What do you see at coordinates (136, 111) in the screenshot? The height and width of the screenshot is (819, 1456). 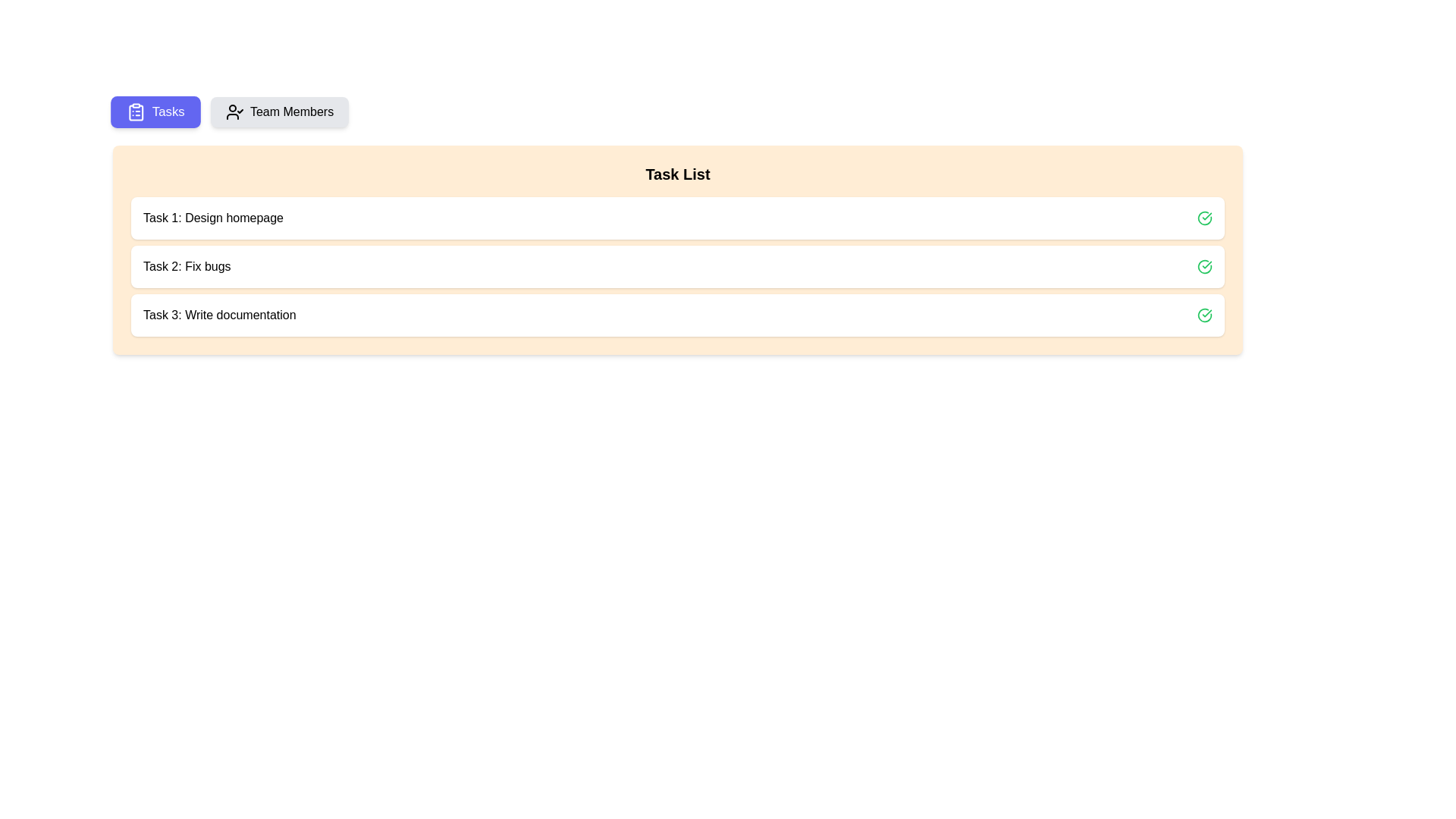 I see `the clipboard icon located at the leftmost side of the 'Tasks' button in the top-left area of the interface` at bounding box center [136, 111].